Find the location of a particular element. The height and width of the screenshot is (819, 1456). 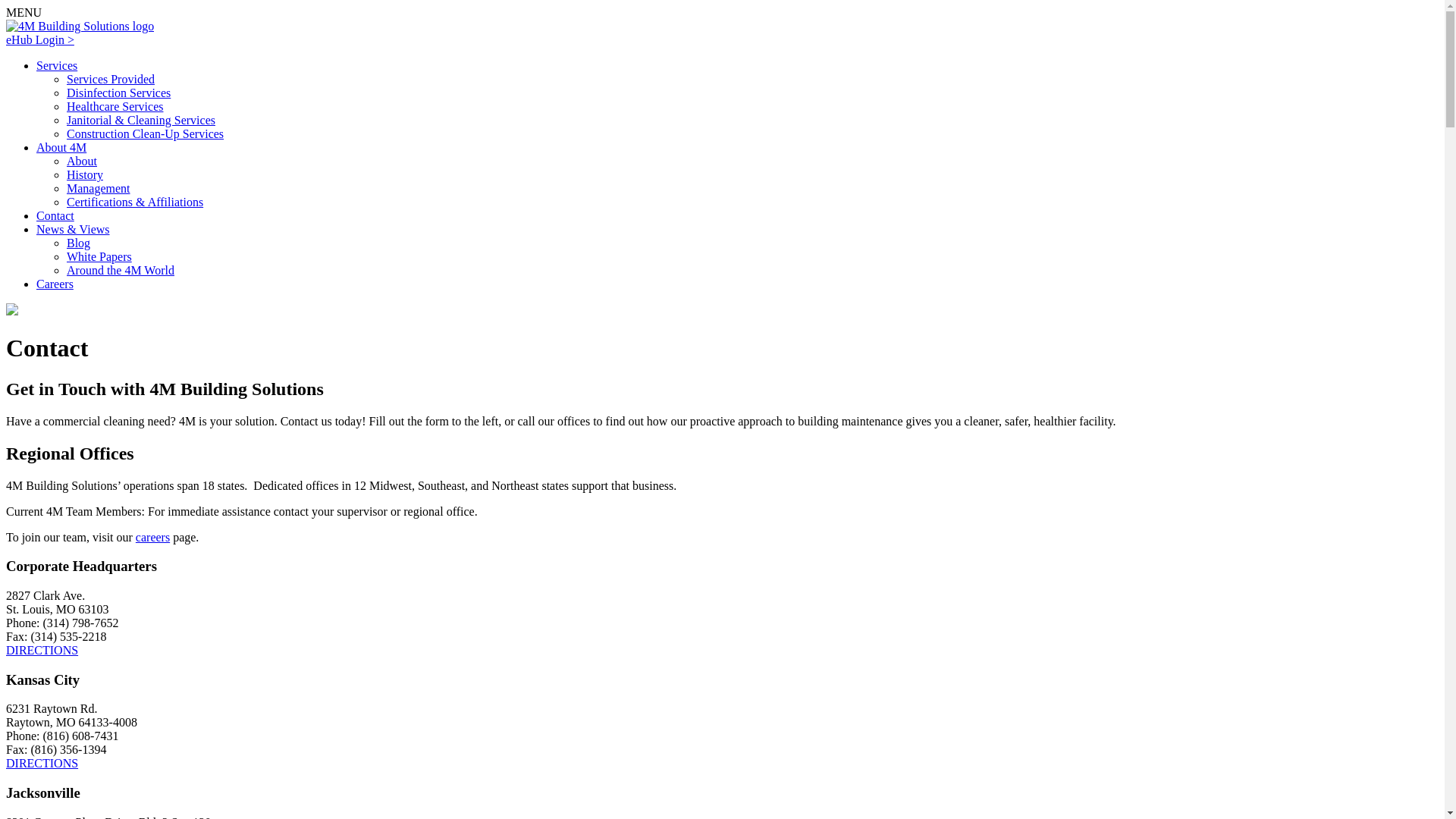

'White Papers' is located at coordinates (65, 256).